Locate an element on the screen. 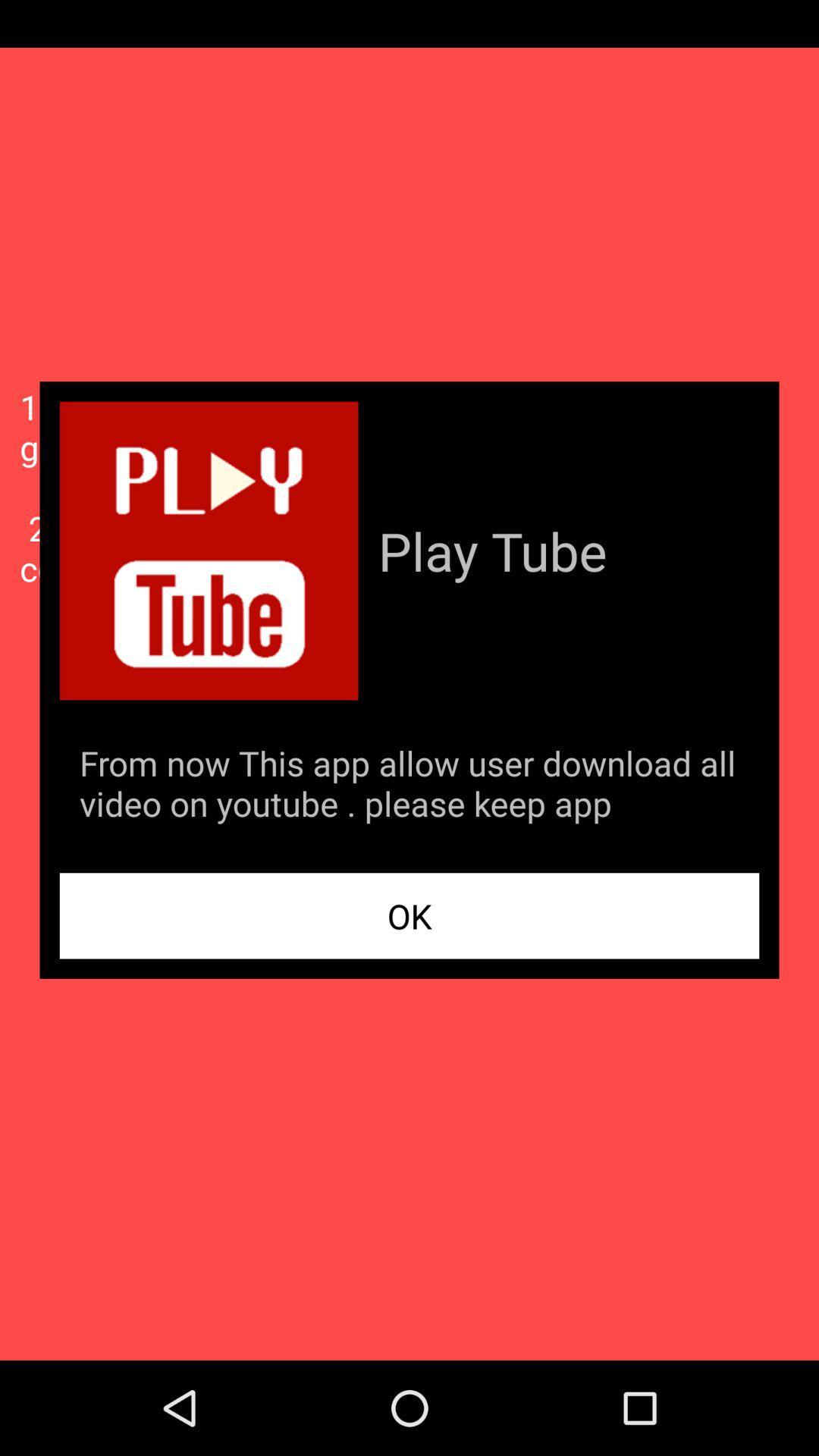 This screenshot has width=819, height=1456. icon above ok button is located at coordinates (409, 786).